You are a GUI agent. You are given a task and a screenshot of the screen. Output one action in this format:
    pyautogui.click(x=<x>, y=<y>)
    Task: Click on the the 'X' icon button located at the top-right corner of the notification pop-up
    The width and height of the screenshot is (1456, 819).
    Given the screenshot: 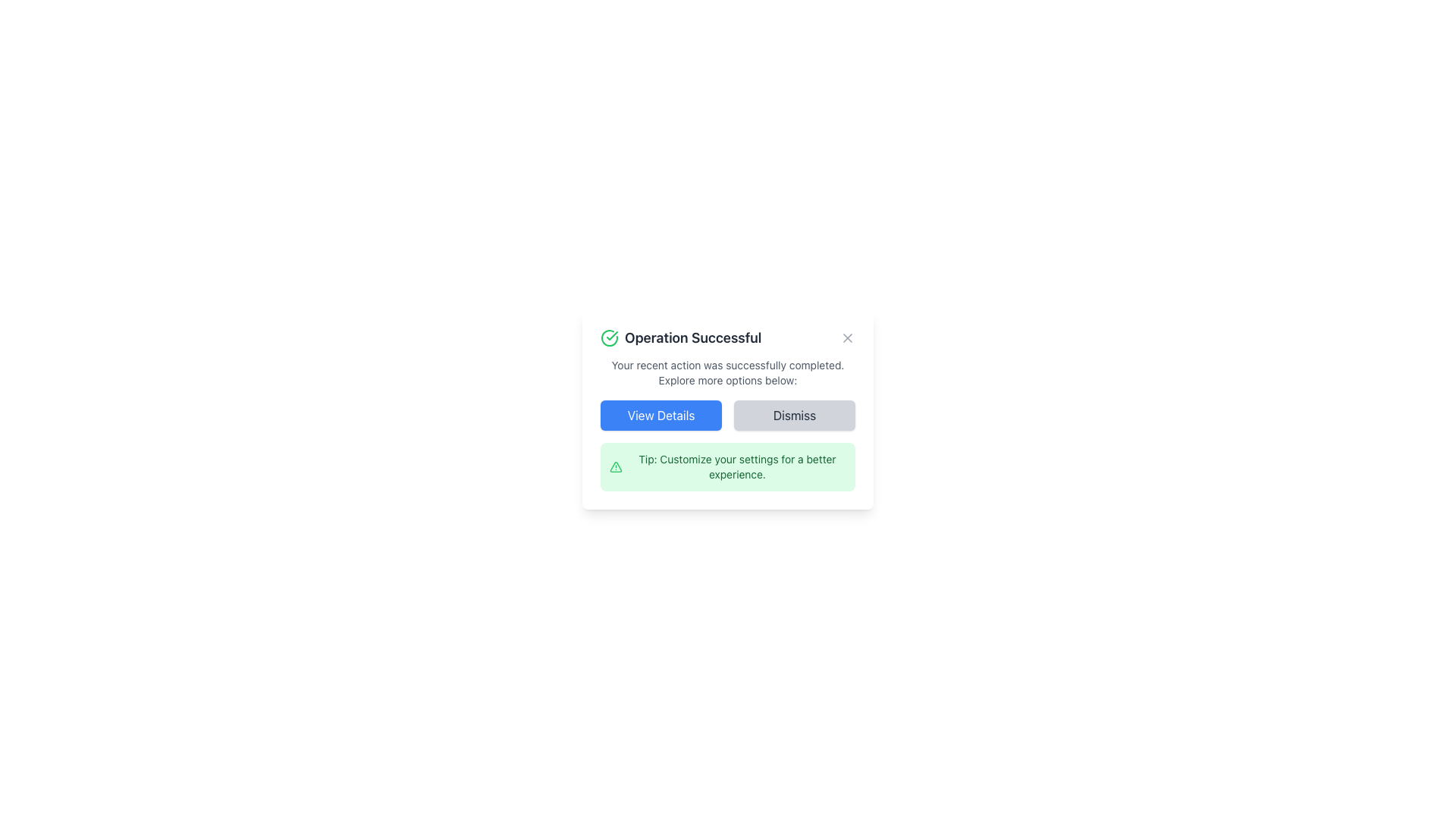 What is the action you would take?
    pyautogui.click(x=847, y=337)
    